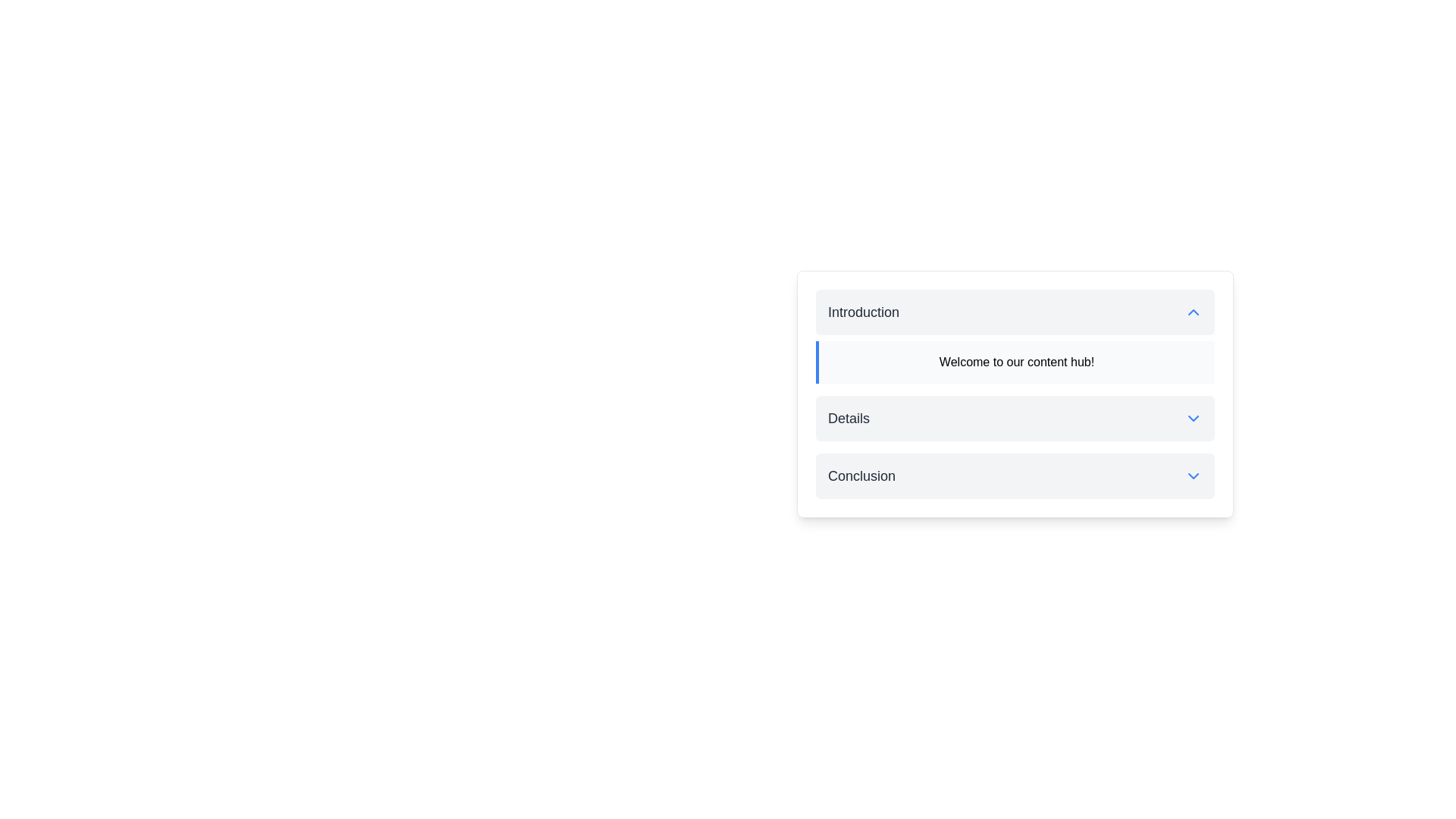  I want to click on the static text content element located at the top of the introduction section of the accordion component, which serves as a welcoming note to the user, so click(1016, 362).